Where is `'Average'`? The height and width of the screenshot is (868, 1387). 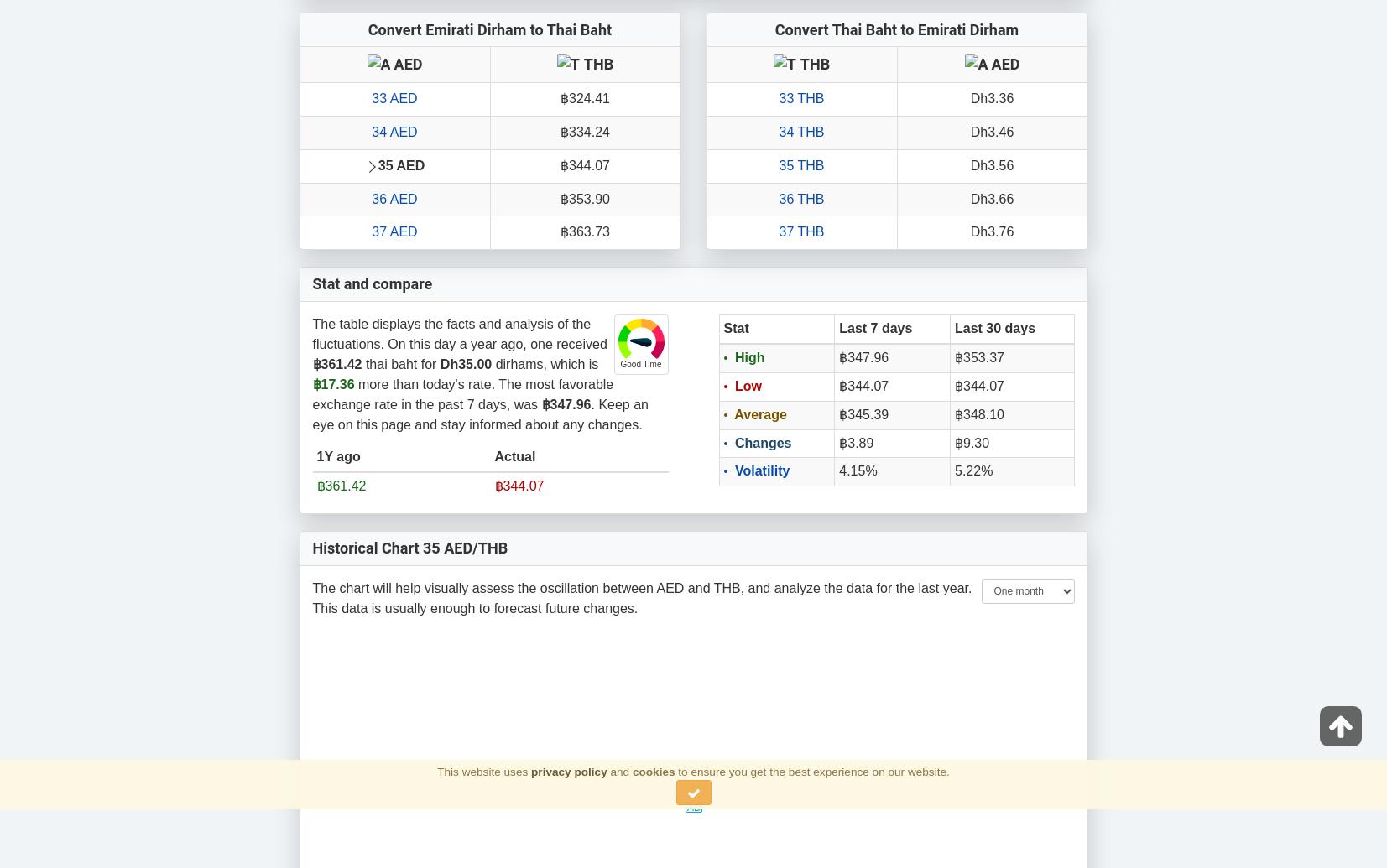 'Average' is located at coordinates (759, 413).